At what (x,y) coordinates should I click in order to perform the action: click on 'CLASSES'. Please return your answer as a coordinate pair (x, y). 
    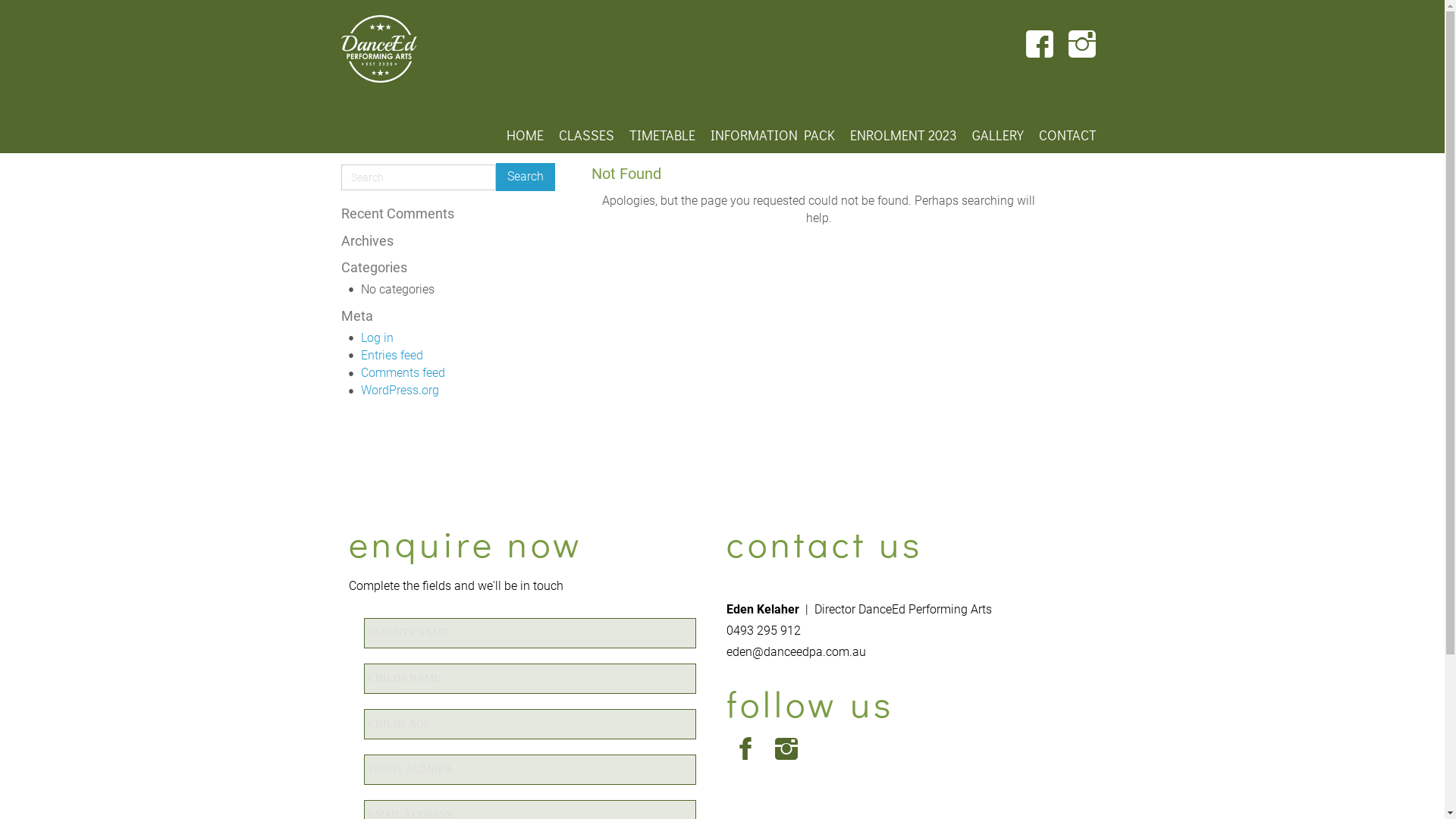
    Looking at the image, I should click on (549, 134).